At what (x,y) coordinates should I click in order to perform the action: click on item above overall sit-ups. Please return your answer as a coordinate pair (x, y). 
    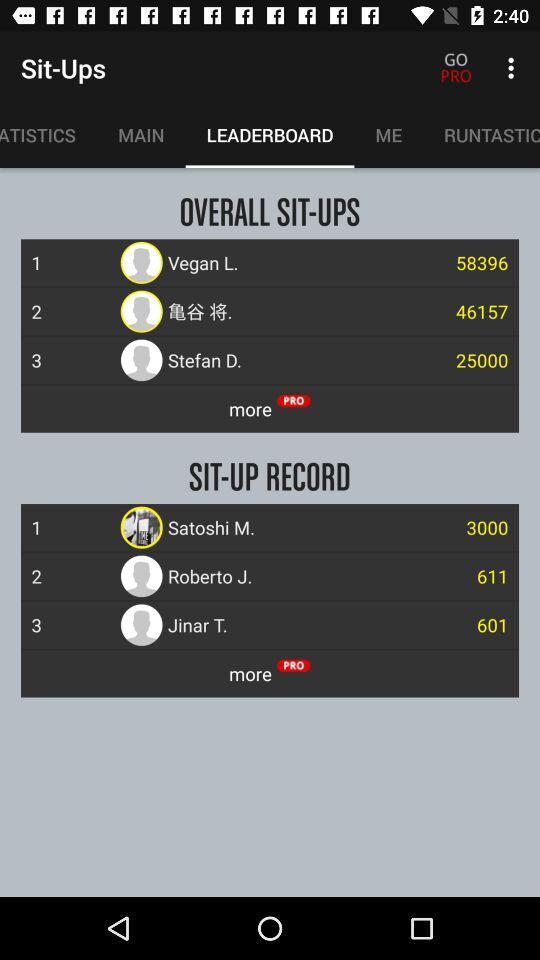
    Looking at the image, I should click on (388, 134).